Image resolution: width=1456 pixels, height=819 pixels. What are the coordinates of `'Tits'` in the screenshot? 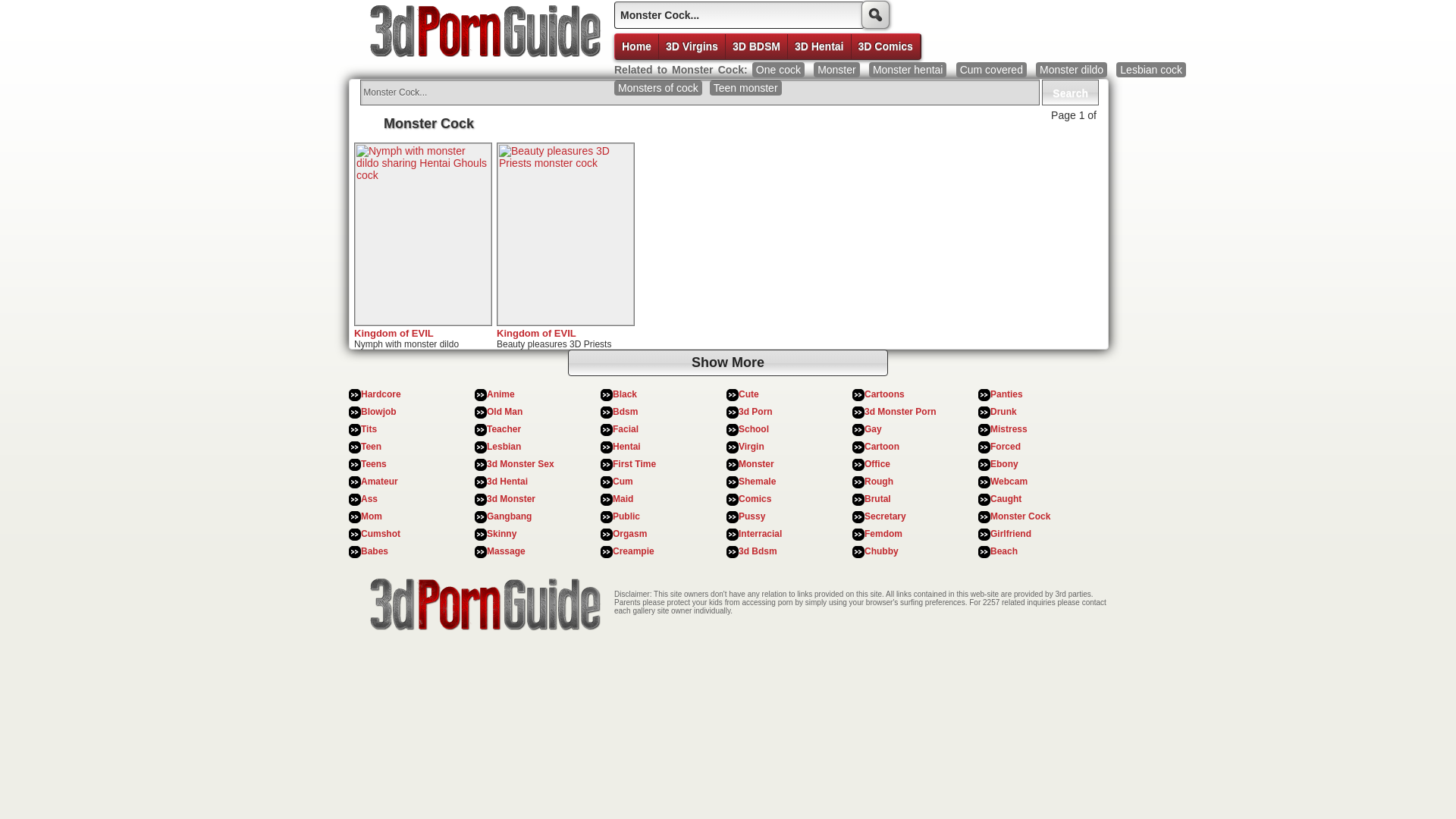 It's located at (359, 429).